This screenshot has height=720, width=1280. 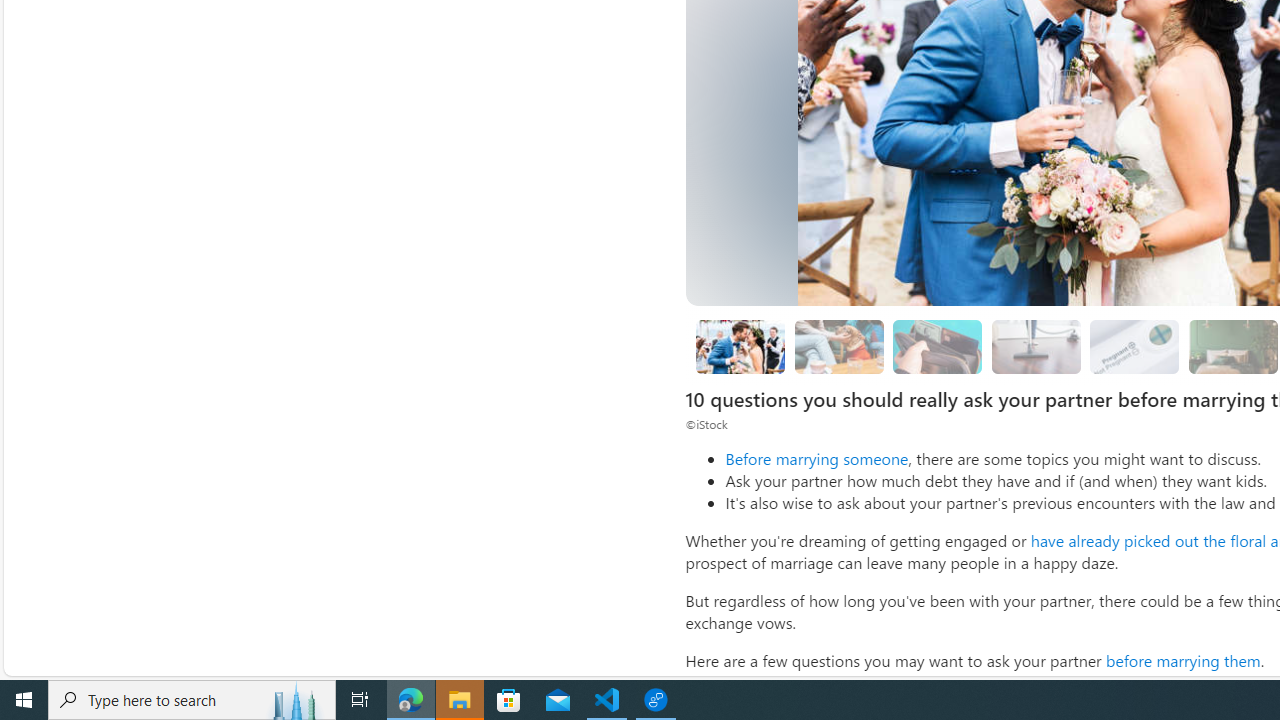 What do you see at coordinates (1183, 660) in the screenshot?
I see `'before marrying them'` at bounding box center [1183, 660].